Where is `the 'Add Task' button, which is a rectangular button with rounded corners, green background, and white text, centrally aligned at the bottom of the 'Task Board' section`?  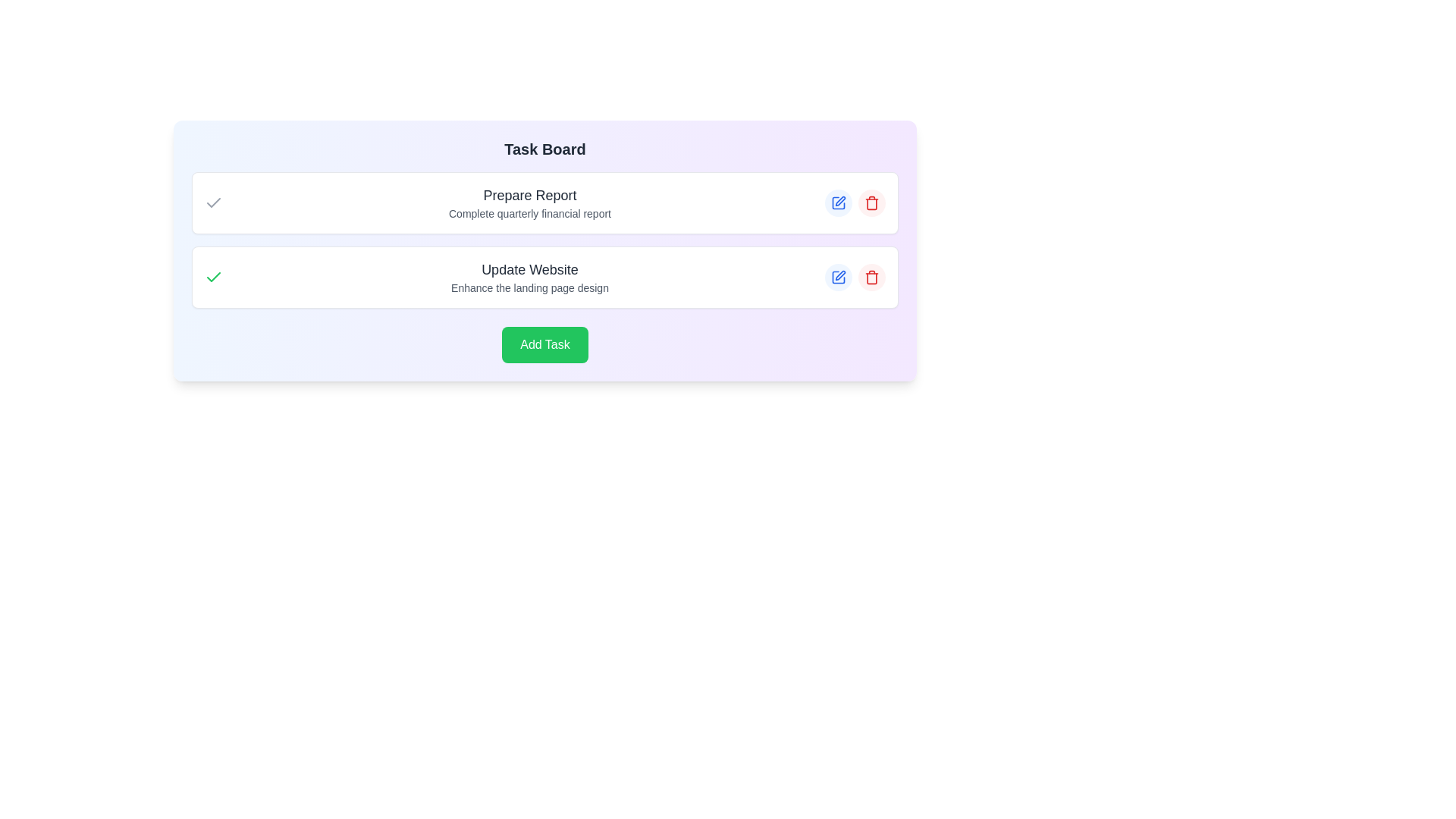
the 'Add Task' button, which is a rectangular button with rounded corners, green background, and white text, centrally aligned at the bottom of the 'Task Board' section is located at coordinates (545, 345).